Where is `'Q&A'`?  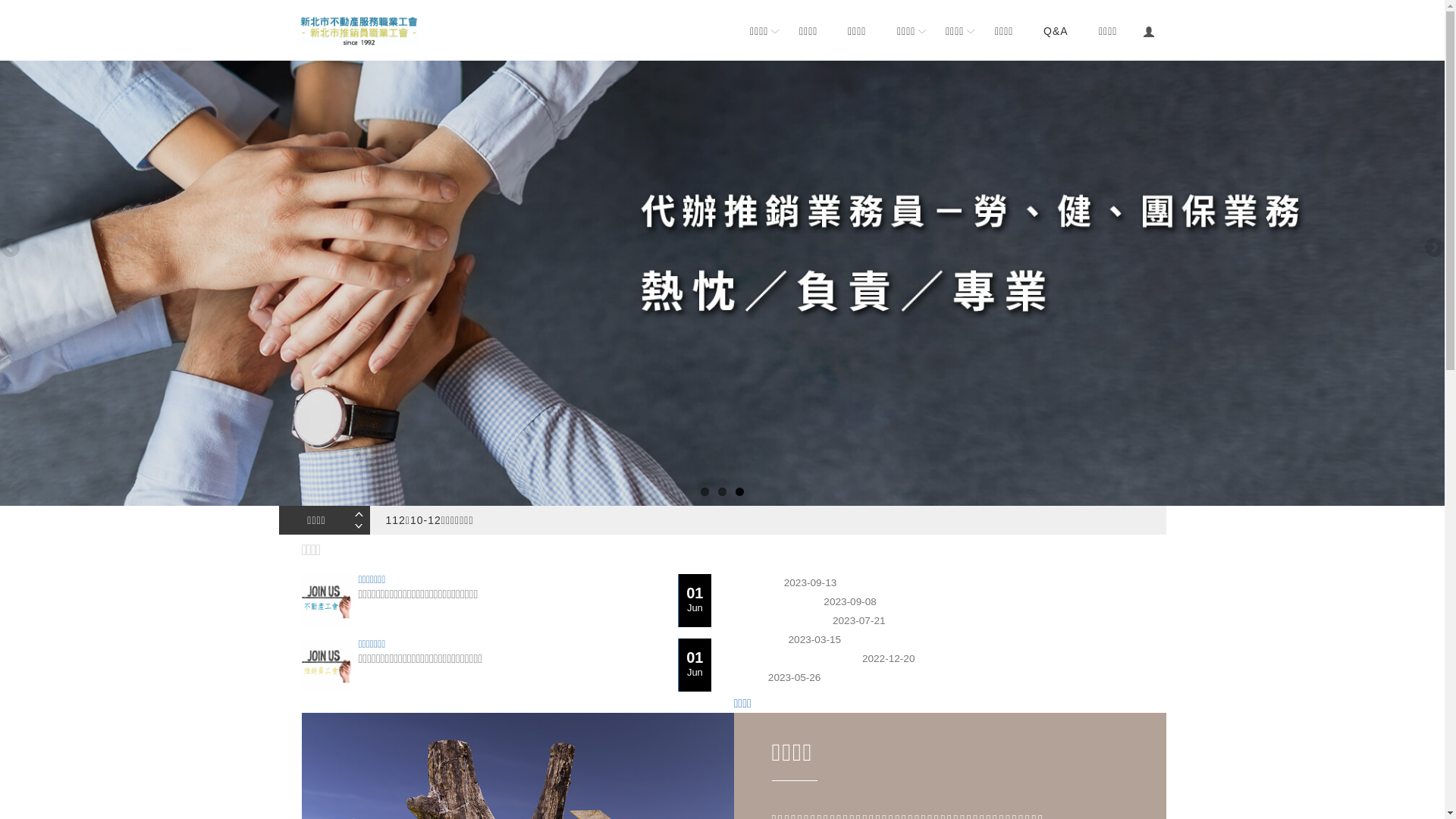 'Q&A' is located at coordinates (1054, 30).